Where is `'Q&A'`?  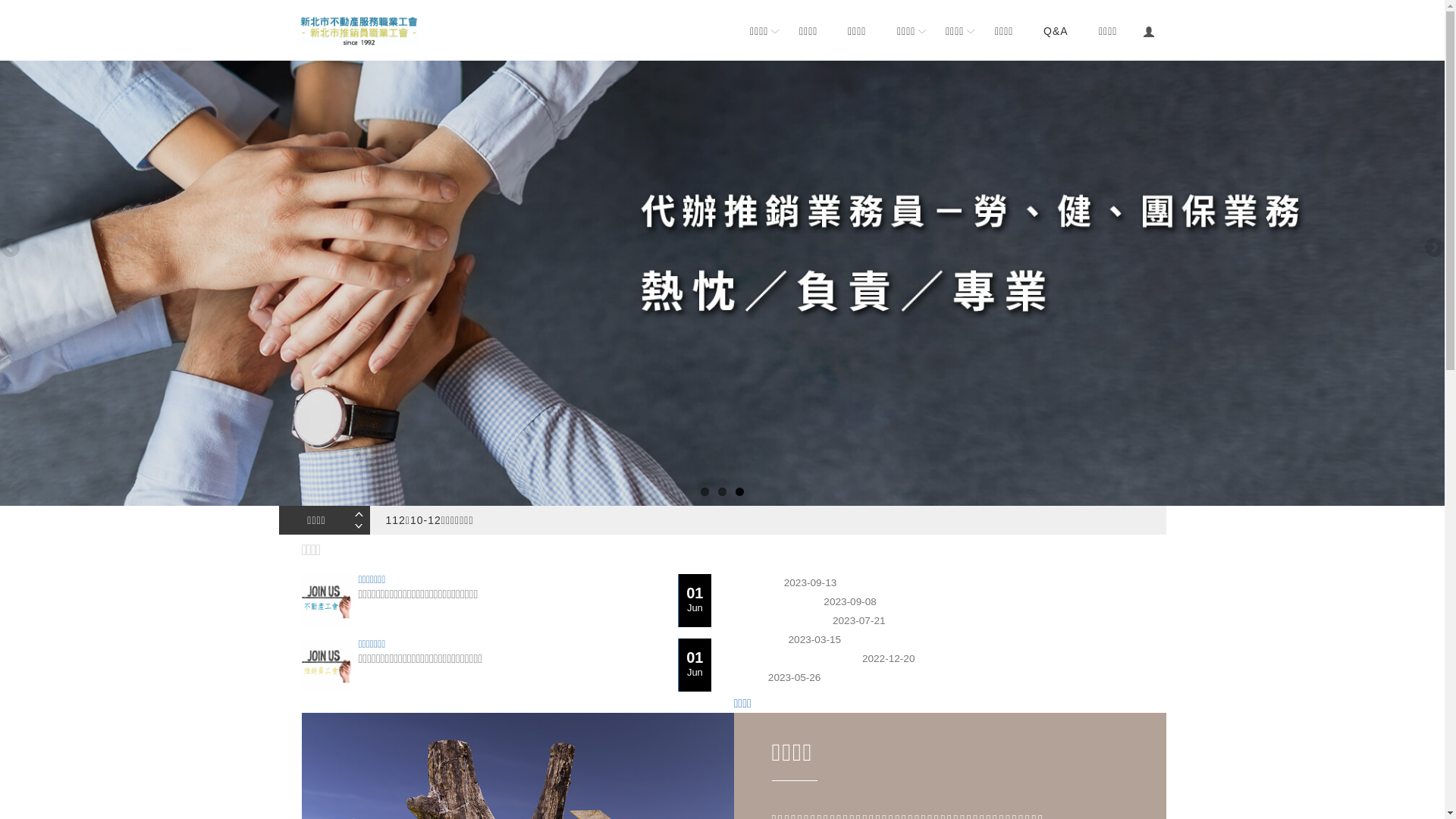 'Q&A' is located at coordinates (1054, 30).